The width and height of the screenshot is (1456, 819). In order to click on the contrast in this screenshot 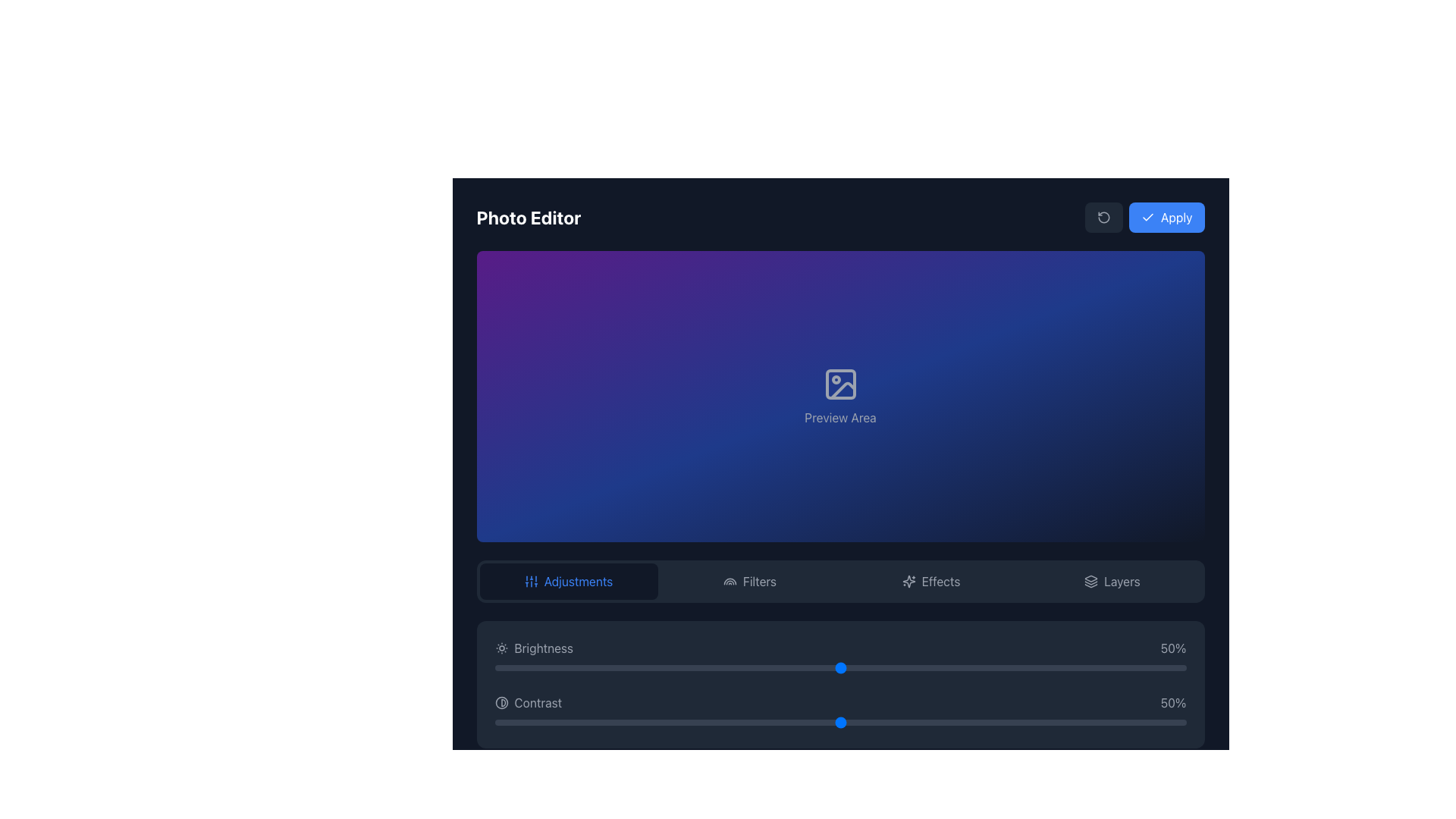, I will do `click(647, 721)`.